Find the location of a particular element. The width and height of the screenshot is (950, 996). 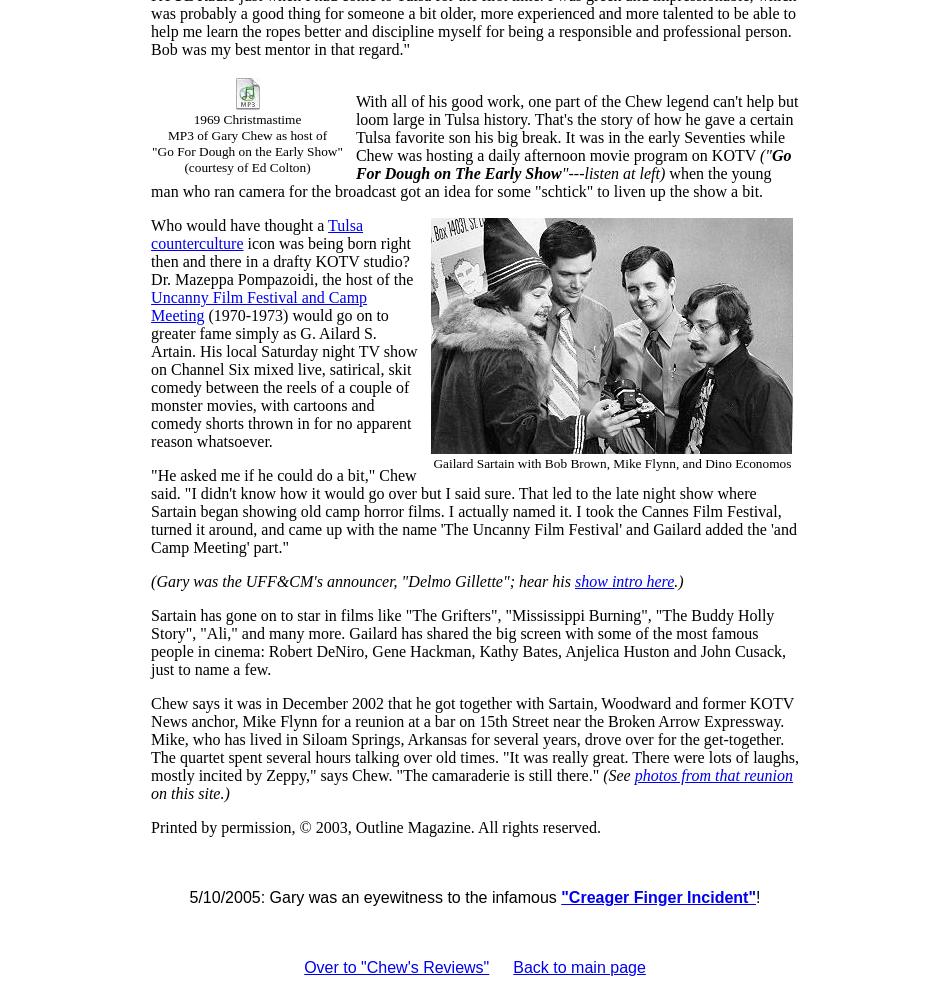

'!' is located at coordinates (757, 896).